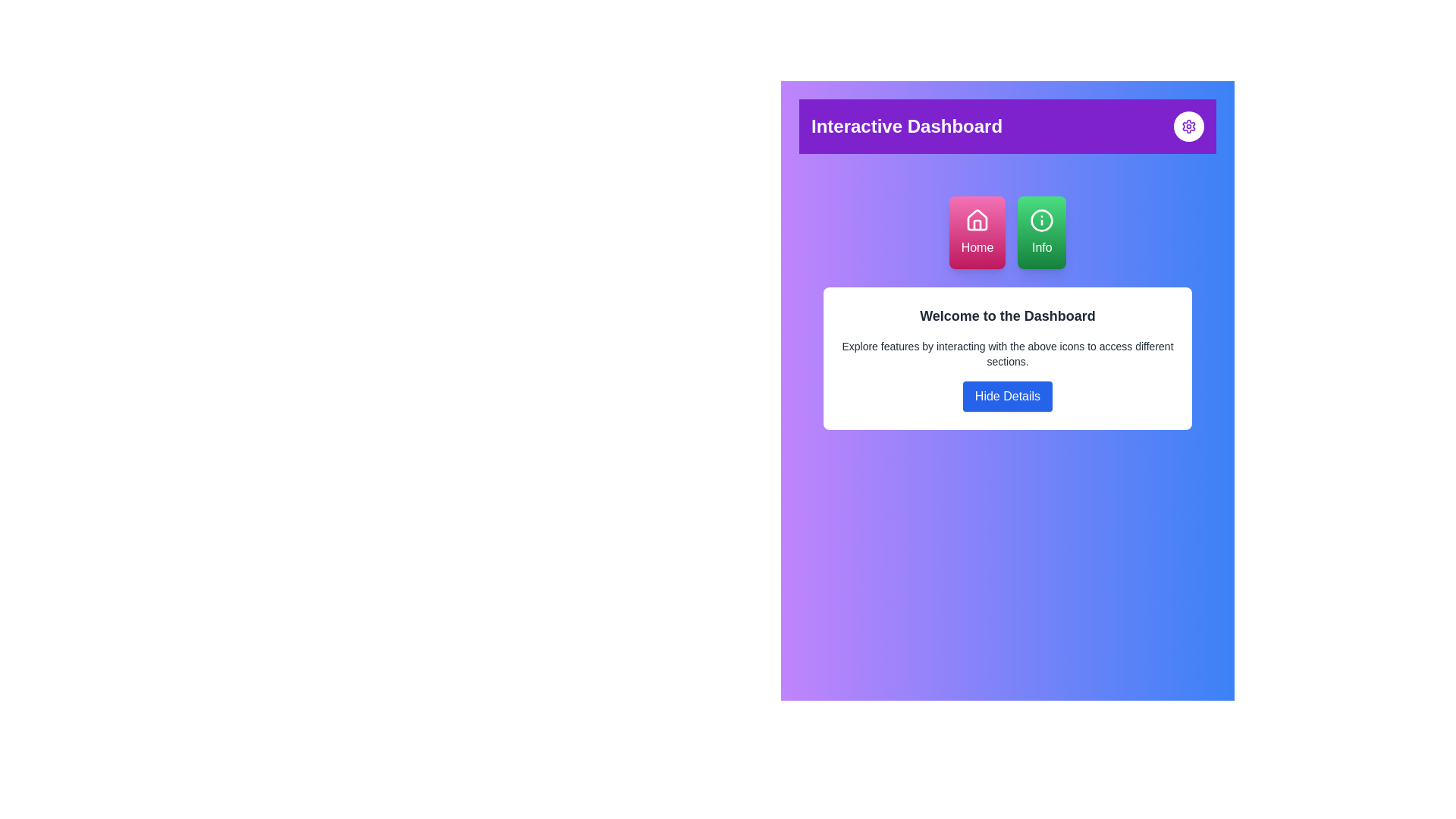 This screenshot has height=819, width=1456. What do you see at coordinates (906, 125) in the screenshot?
I see `the 'Interactive Dashboard' text label, which is a bold 2xl white text on a purple background, located in the top header section and aligned to the left of the settings icon` at bounding box center [906, 125].